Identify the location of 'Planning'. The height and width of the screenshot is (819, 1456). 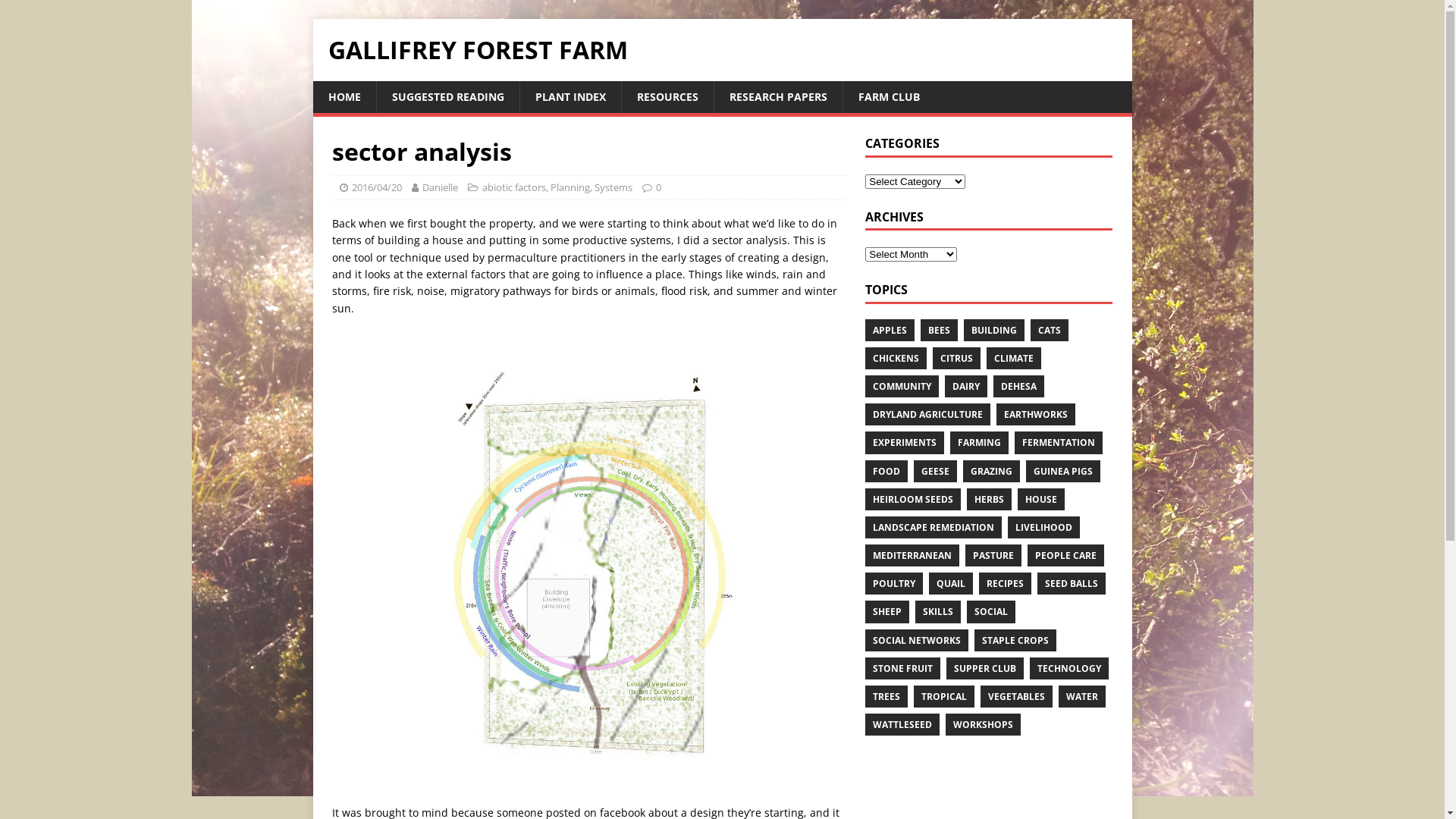
(570, 186).